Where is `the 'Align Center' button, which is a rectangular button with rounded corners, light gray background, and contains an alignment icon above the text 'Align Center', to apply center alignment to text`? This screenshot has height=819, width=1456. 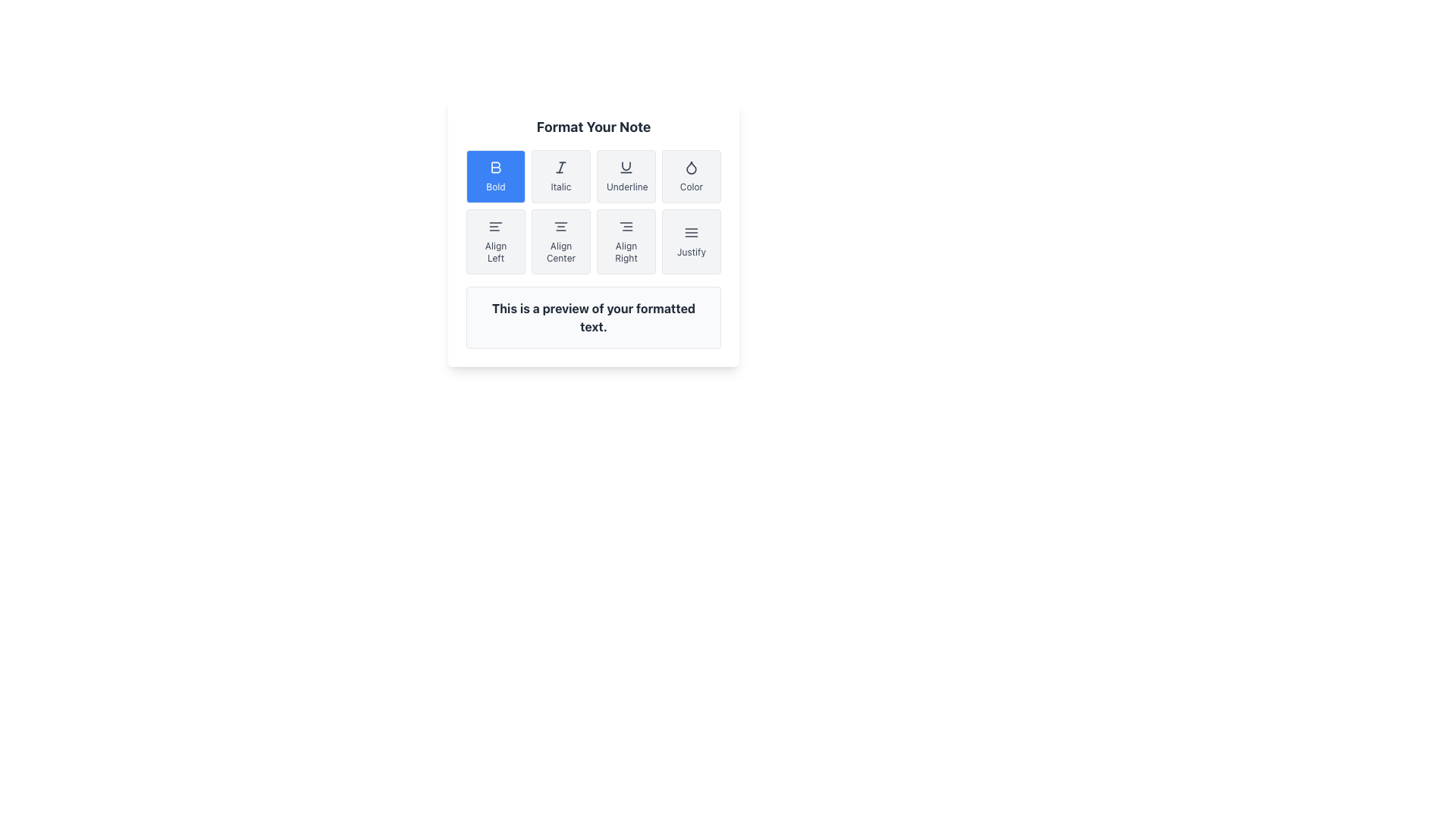
the 'Align Center' button, which is a rectangular button with rounded corners, light gray background, and contains an alignment icon above the text 'Align Center', to apply center alignment to text is located at coordinates (560, 241).